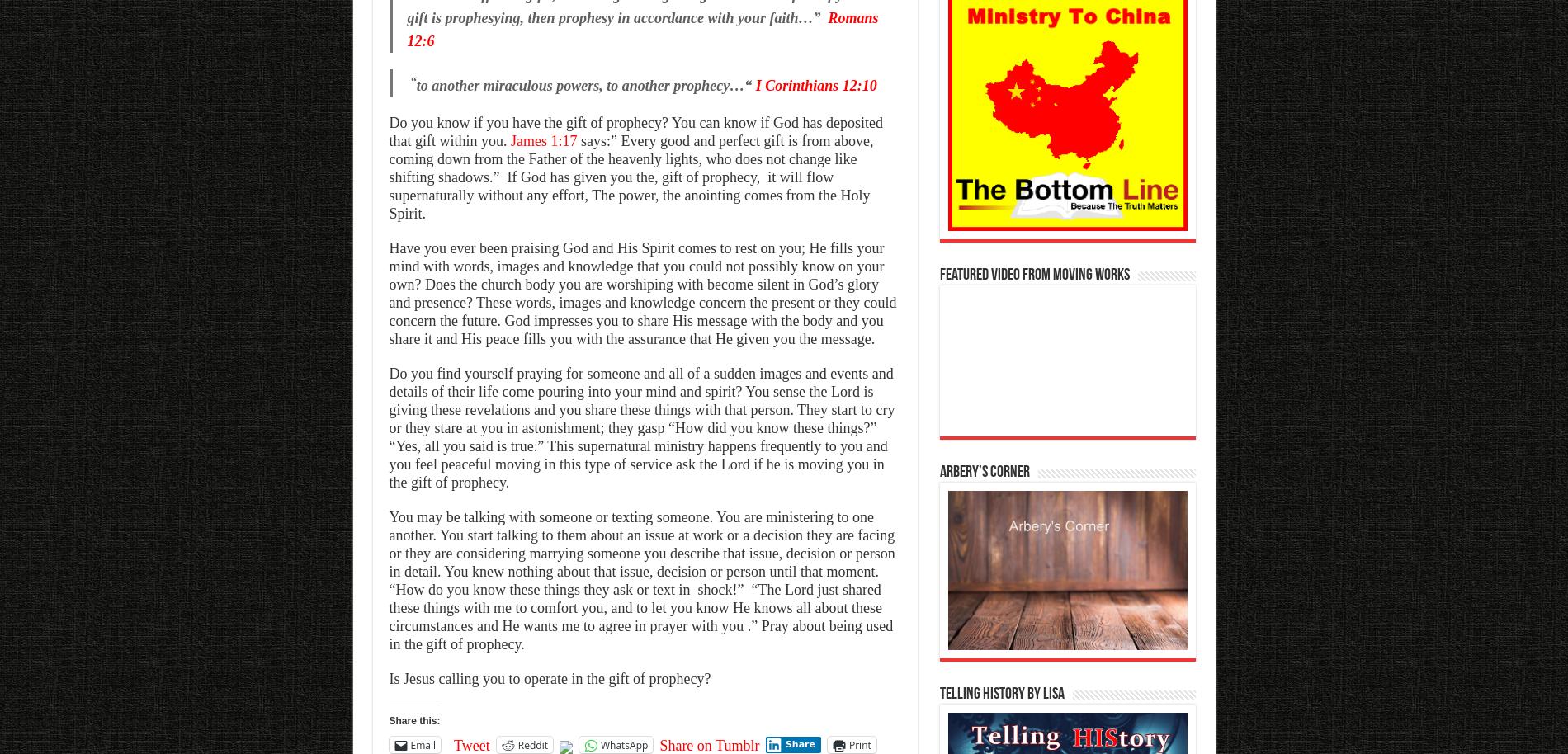  I want to click on 'to another prophecy', so click(667, 85).